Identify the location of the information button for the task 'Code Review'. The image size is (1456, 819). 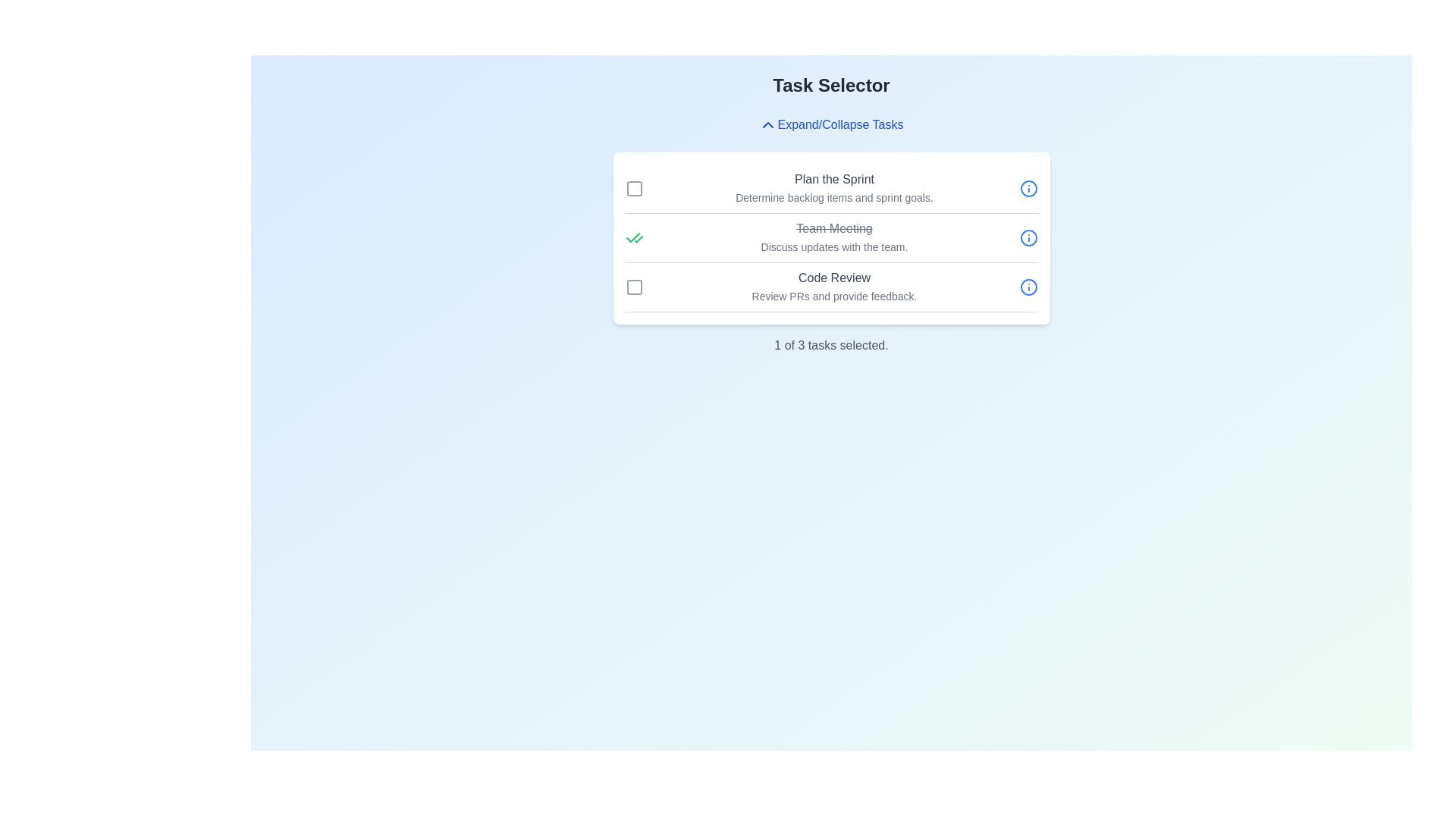
(1028, 287).